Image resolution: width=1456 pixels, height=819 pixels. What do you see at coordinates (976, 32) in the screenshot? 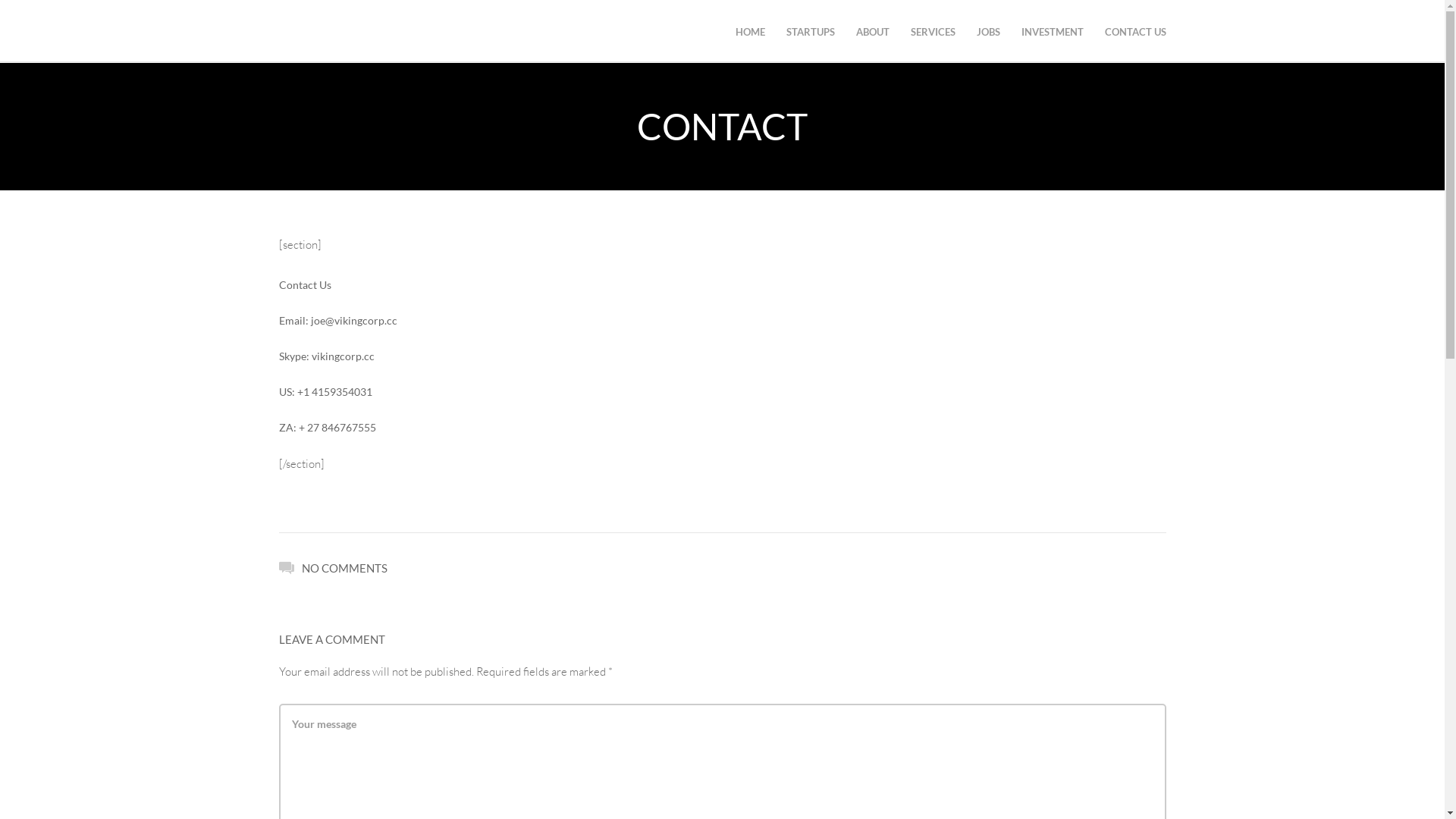
I see `'JOBS'` at bounding box center [976, 32].